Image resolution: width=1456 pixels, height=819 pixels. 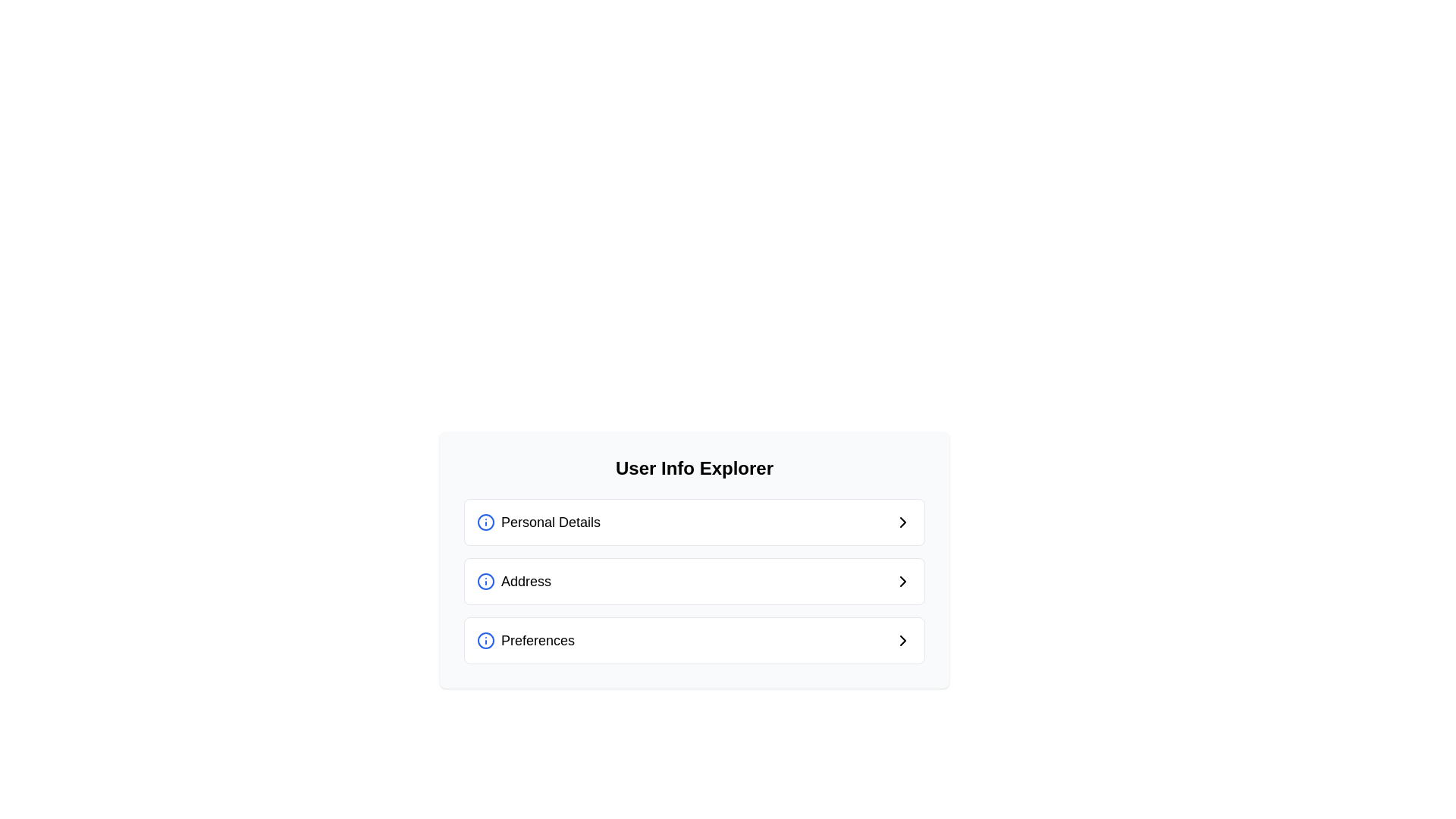 I want to click on the SVG Circle element that visually indicates the entry for 'Preferences', positioned centrally within the third row of the list items, so click(x=486, y=640).